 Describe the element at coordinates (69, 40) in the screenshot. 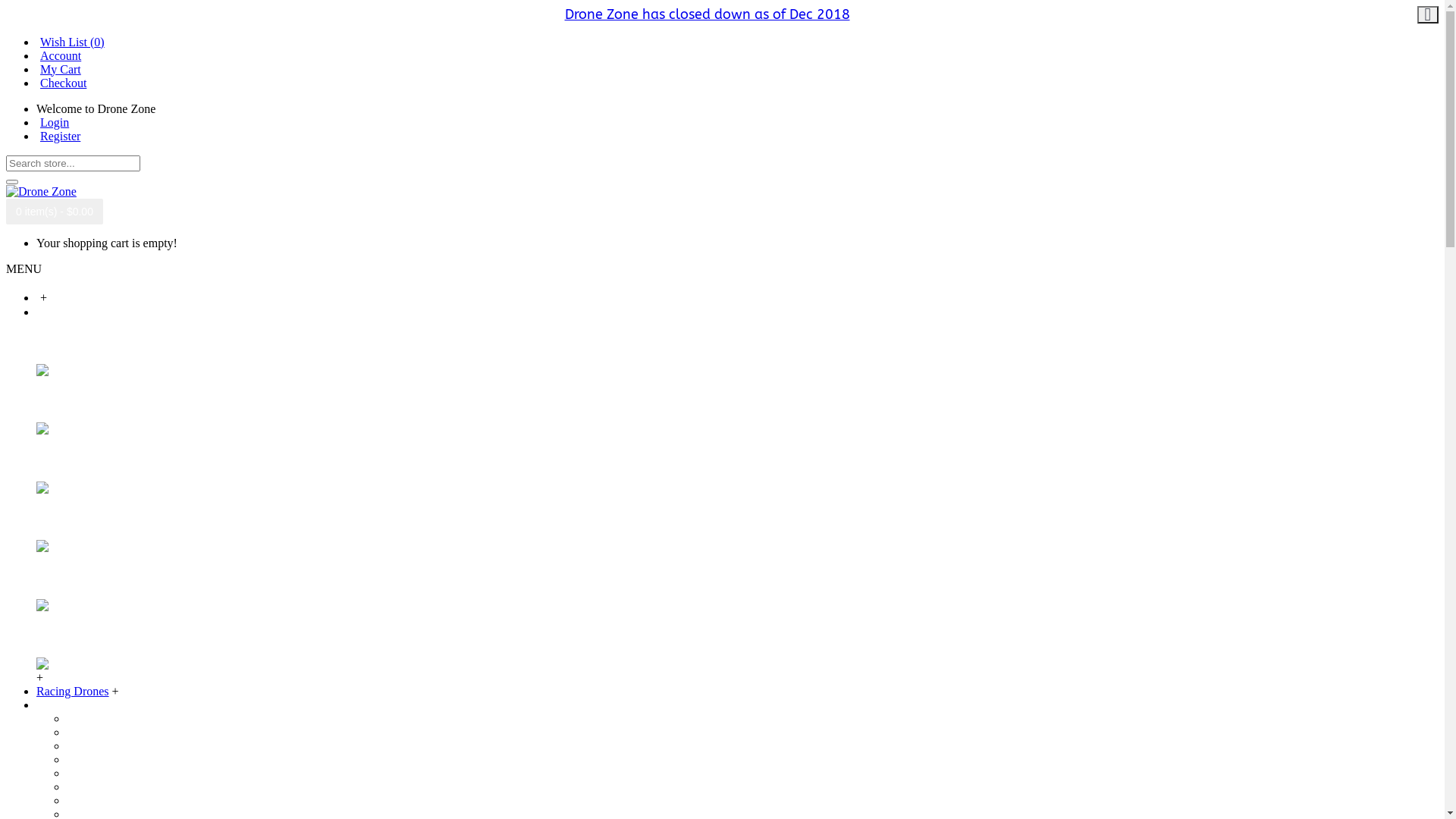

I see `'Wish List (0)'` at that location.